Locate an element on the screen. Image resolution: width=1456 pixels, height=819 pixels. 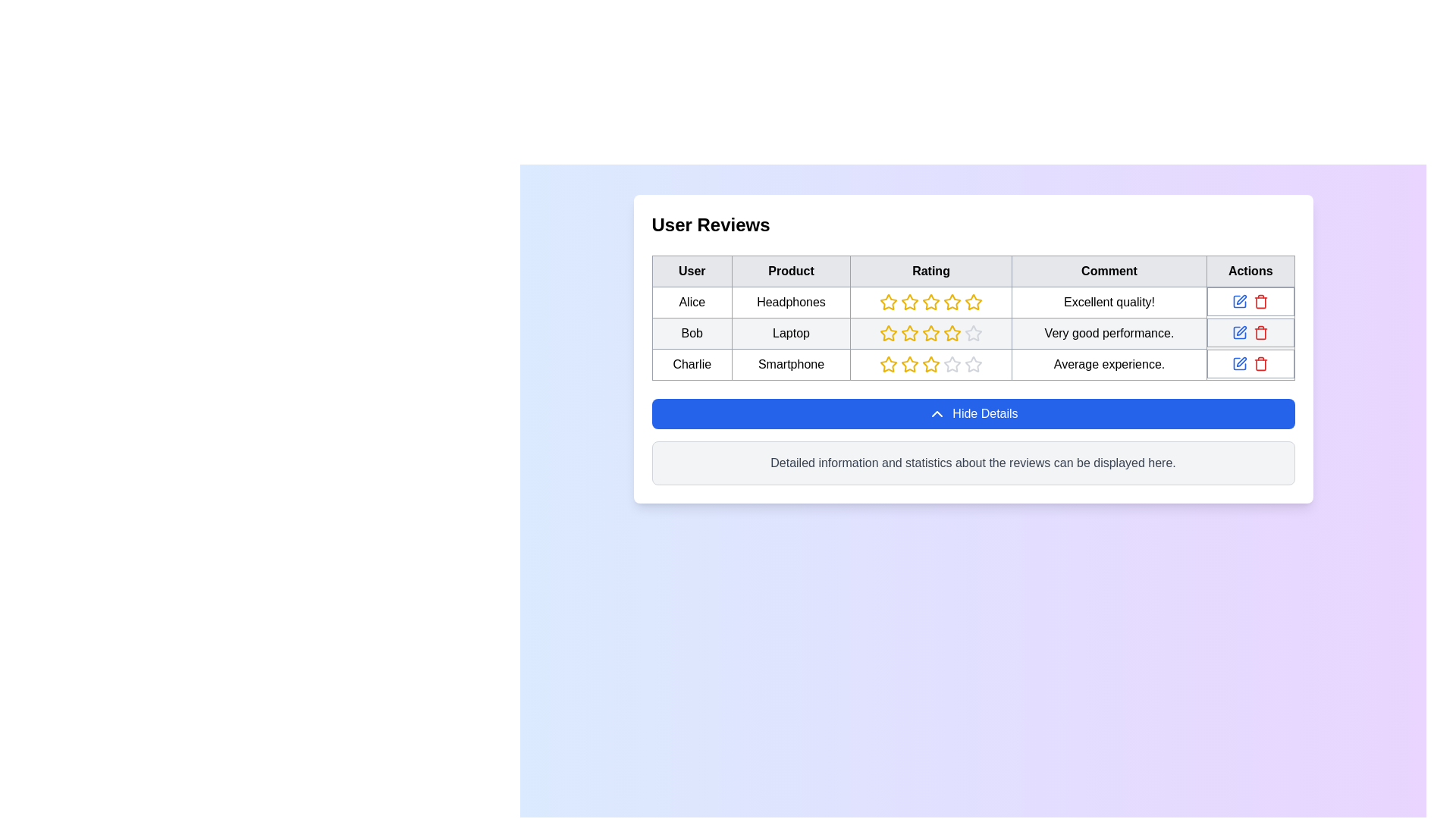
the fifth star-shaped icon in the rating system for the product 'Laptop', which is filled in yellow color is located at coordinates (930, 332).